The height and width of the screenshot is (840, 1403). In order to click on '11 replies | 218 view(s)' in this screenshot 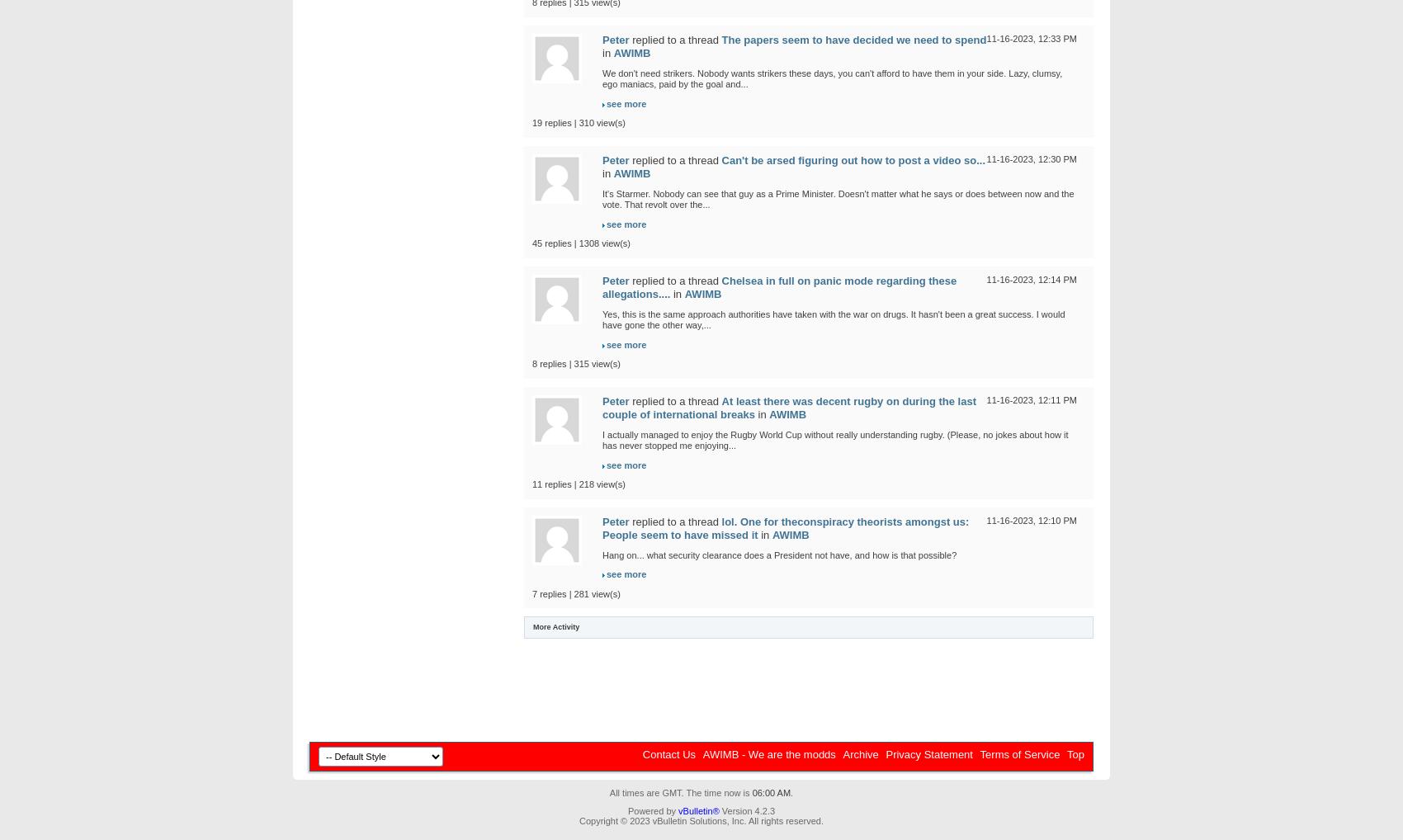, I will do `click(531, 484)`.